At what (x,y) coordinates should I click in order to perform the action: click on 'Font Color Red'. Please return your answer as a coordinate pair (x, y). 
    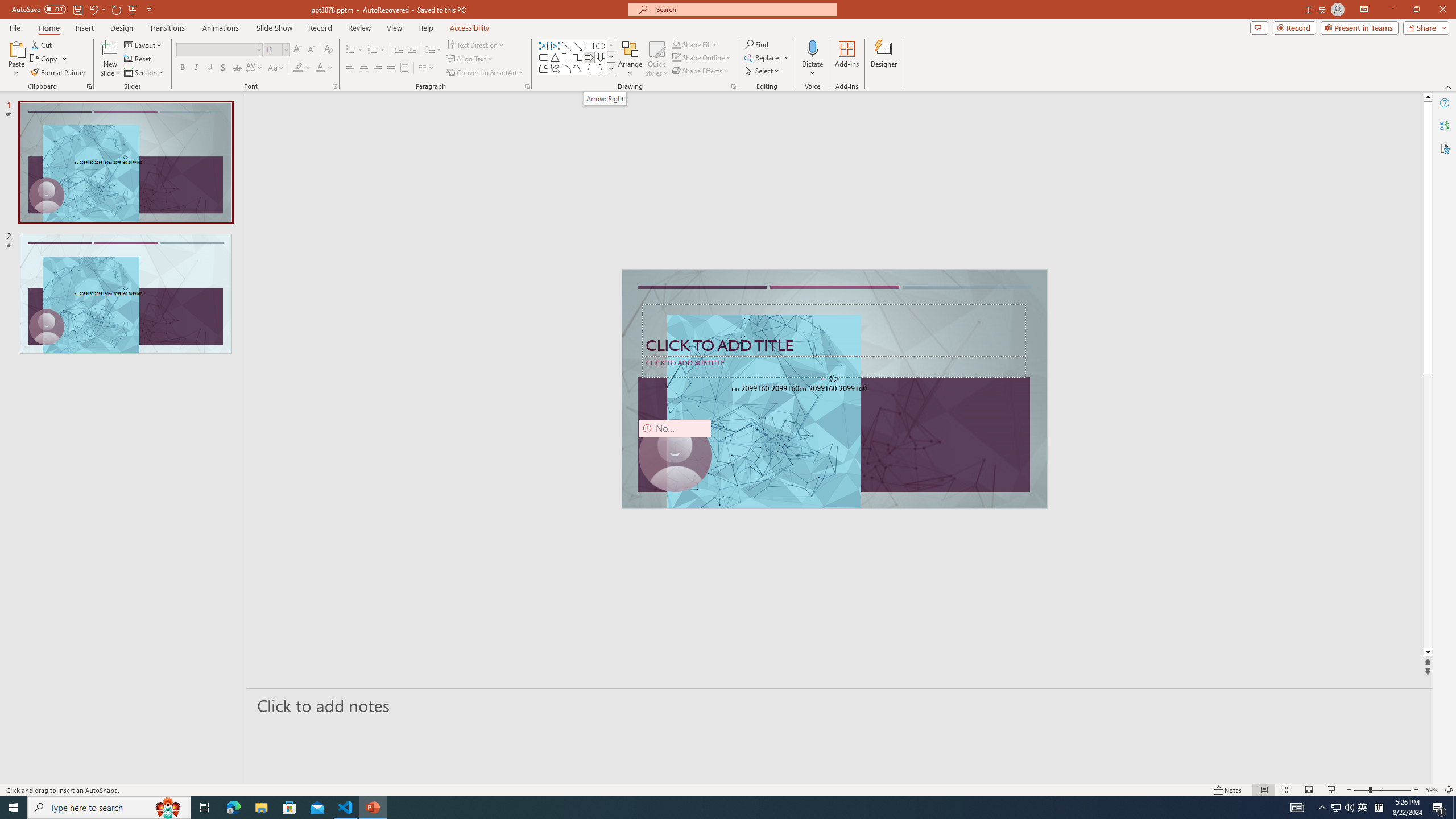
    Looking at the image, I should click on (320, 67).